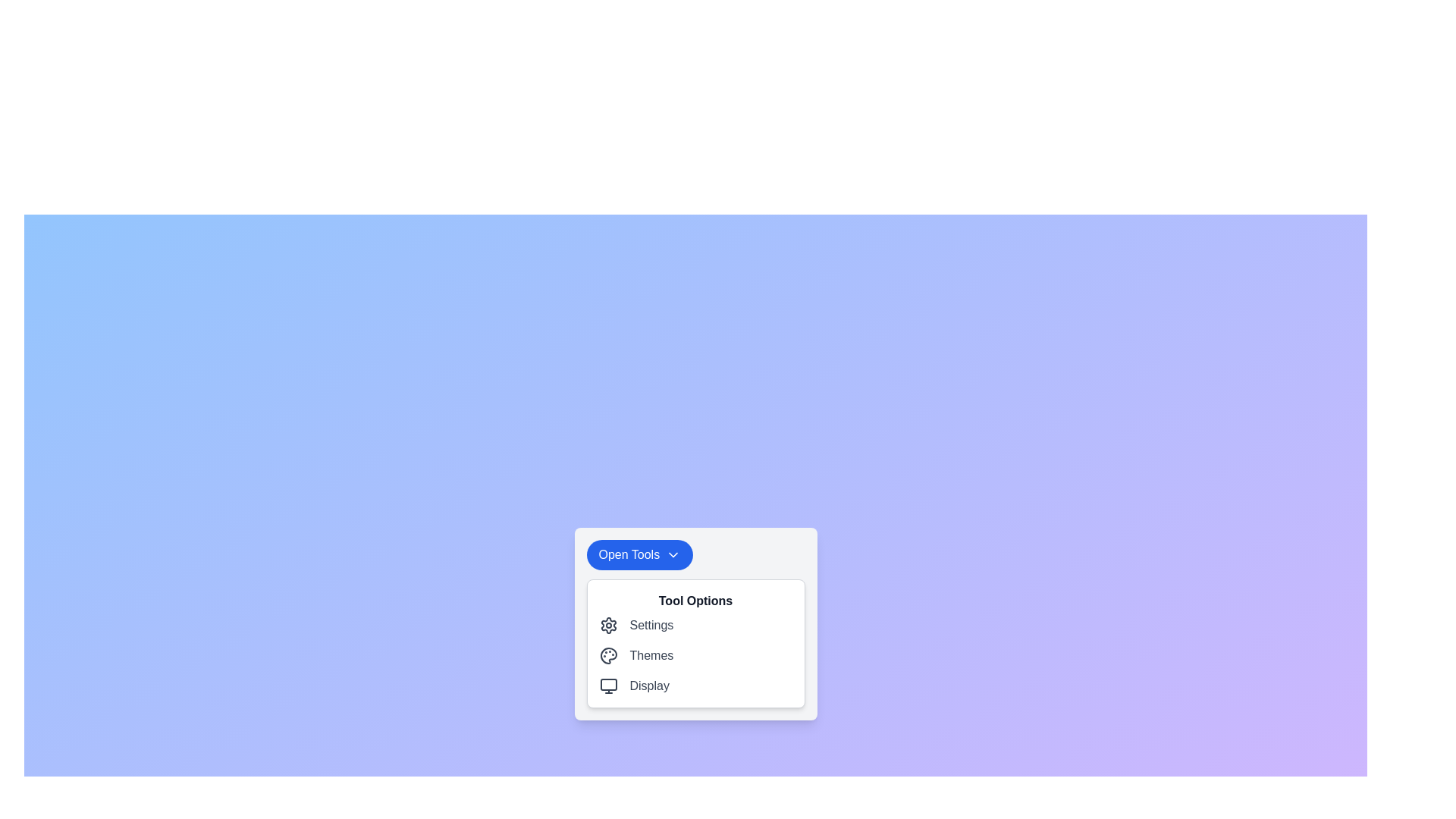  Describe the element at coordinates (608, 626) in the screenshot. I see `the gear/cog icon symbolizing settings` at that location.